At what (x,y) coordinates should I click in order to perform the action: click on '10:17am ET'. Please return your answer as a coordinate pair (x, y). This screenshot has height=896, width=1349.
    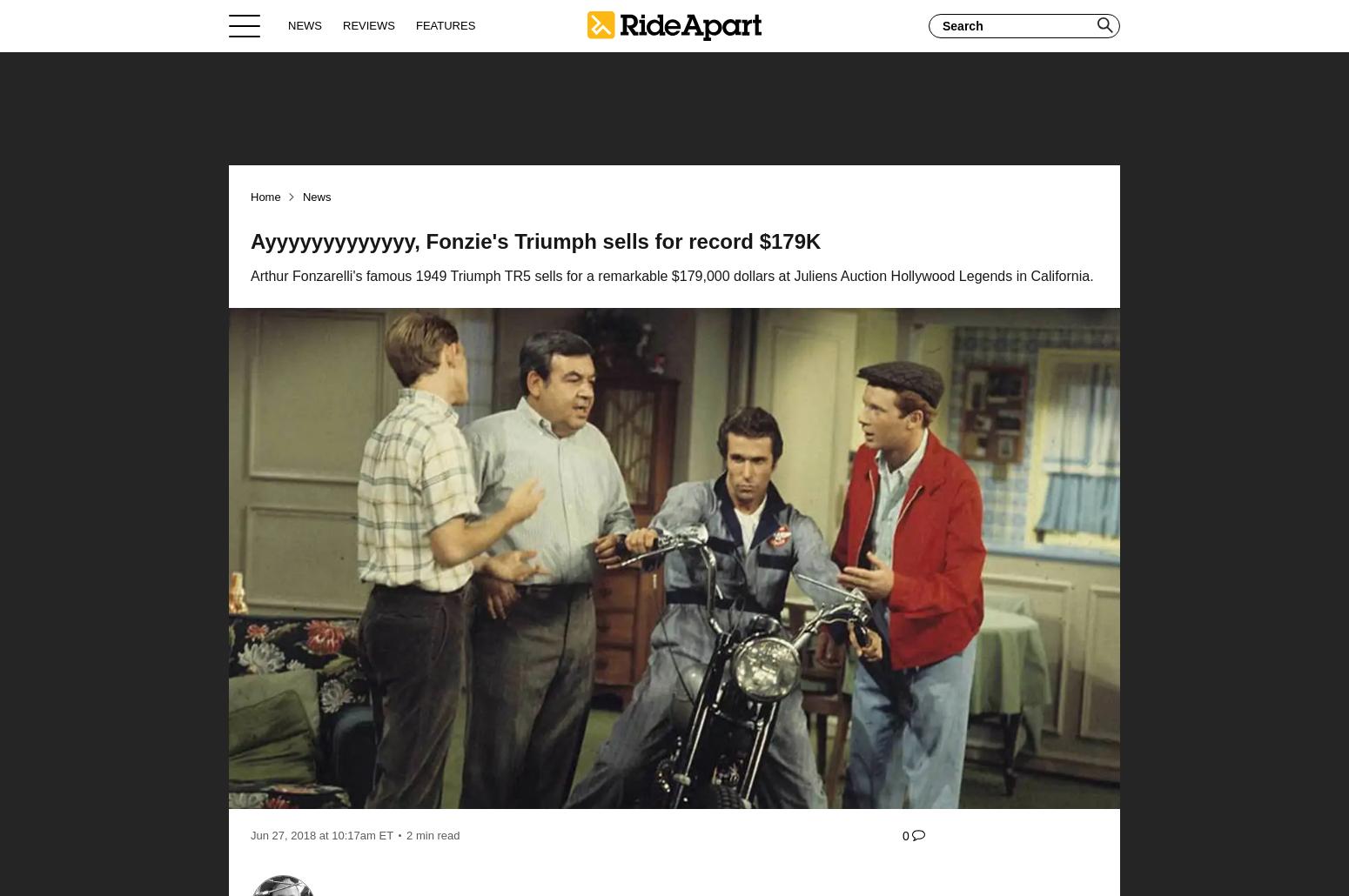
    Looking at the image, I should click on (360, 833).